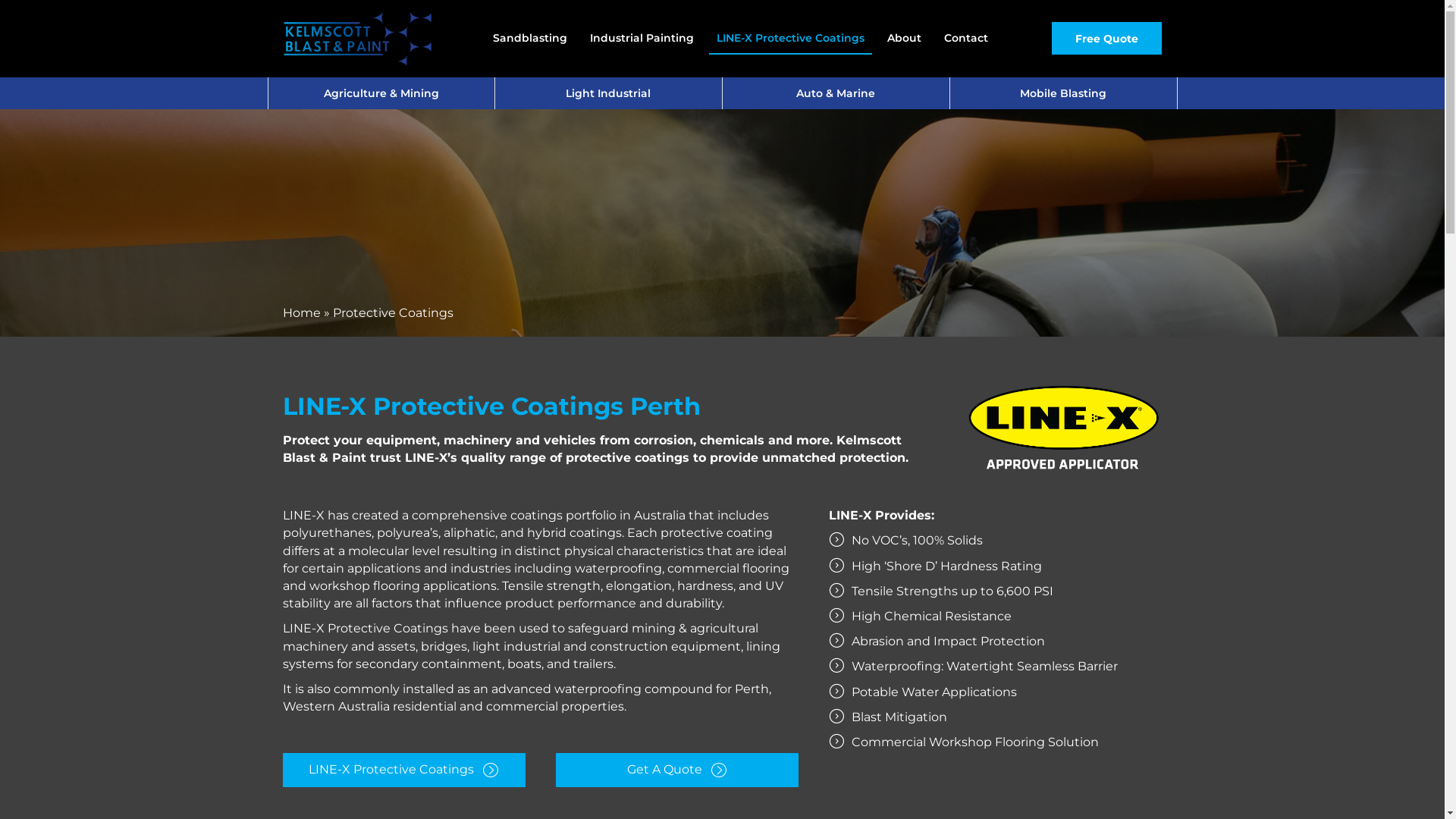  Describe the element at coordinates (607, 93) in the screenshot. I see `'Light Industrial'` at that location.